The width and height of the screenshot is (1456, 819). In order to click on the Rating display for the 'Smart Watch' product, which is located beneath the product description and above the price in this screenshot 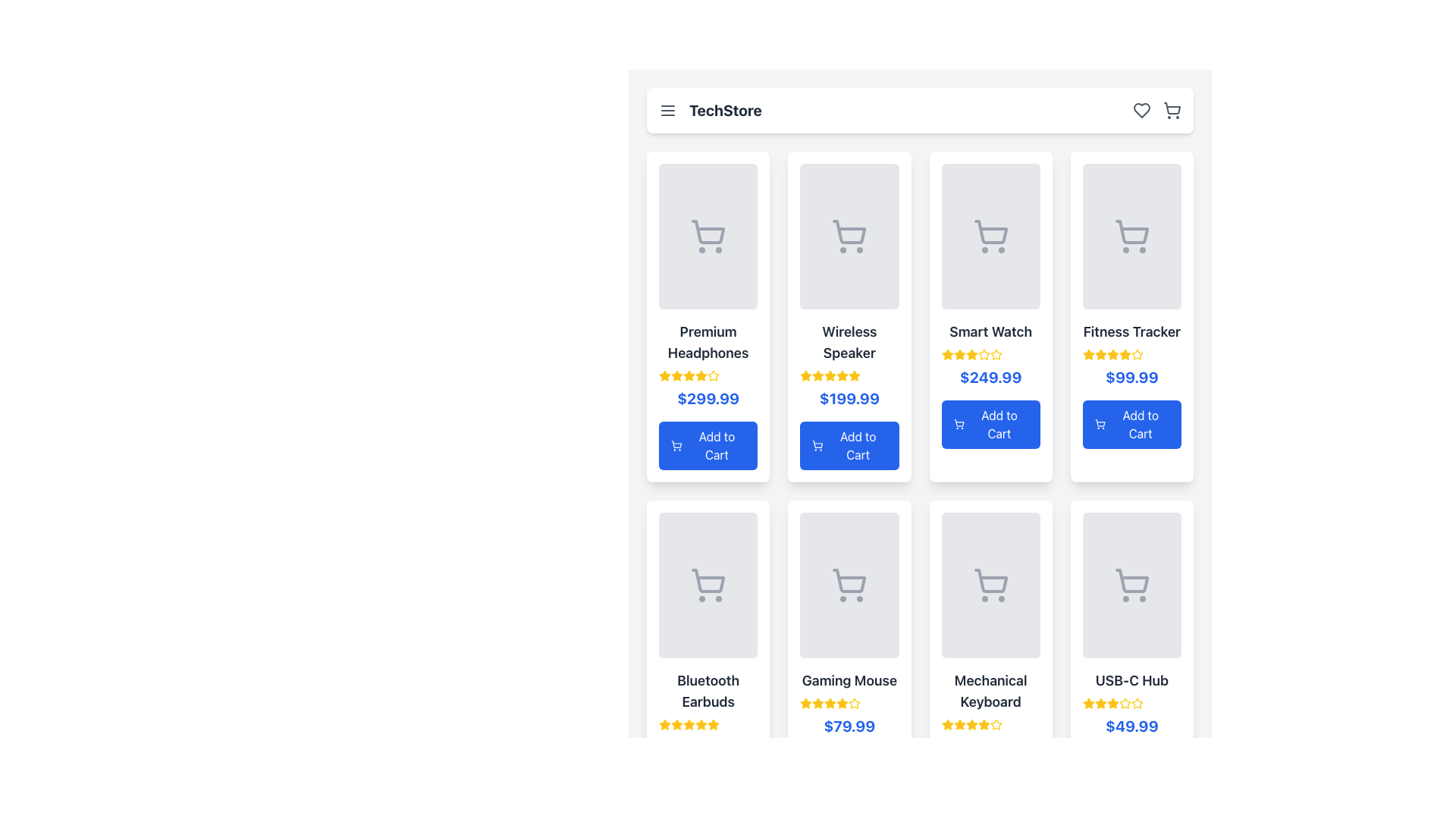, I will do `click(990, 354)`.